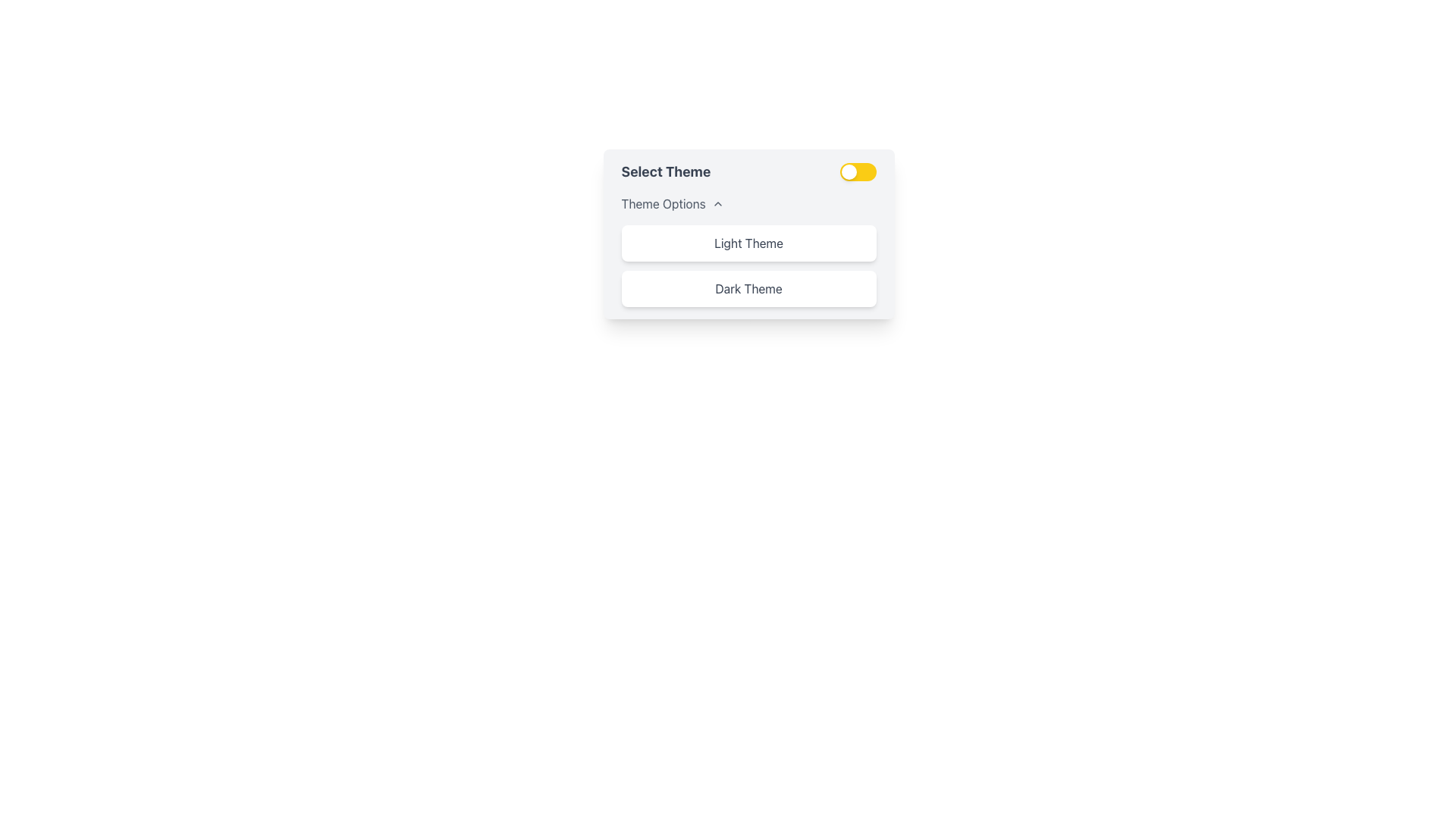  I want to click on the Option Group containing 'Light Theme' and 'Dark Theme' options styled in rounded white boxes beneath the 'Theme Options' label in the 'Select Theme' section, so click(748, 265).